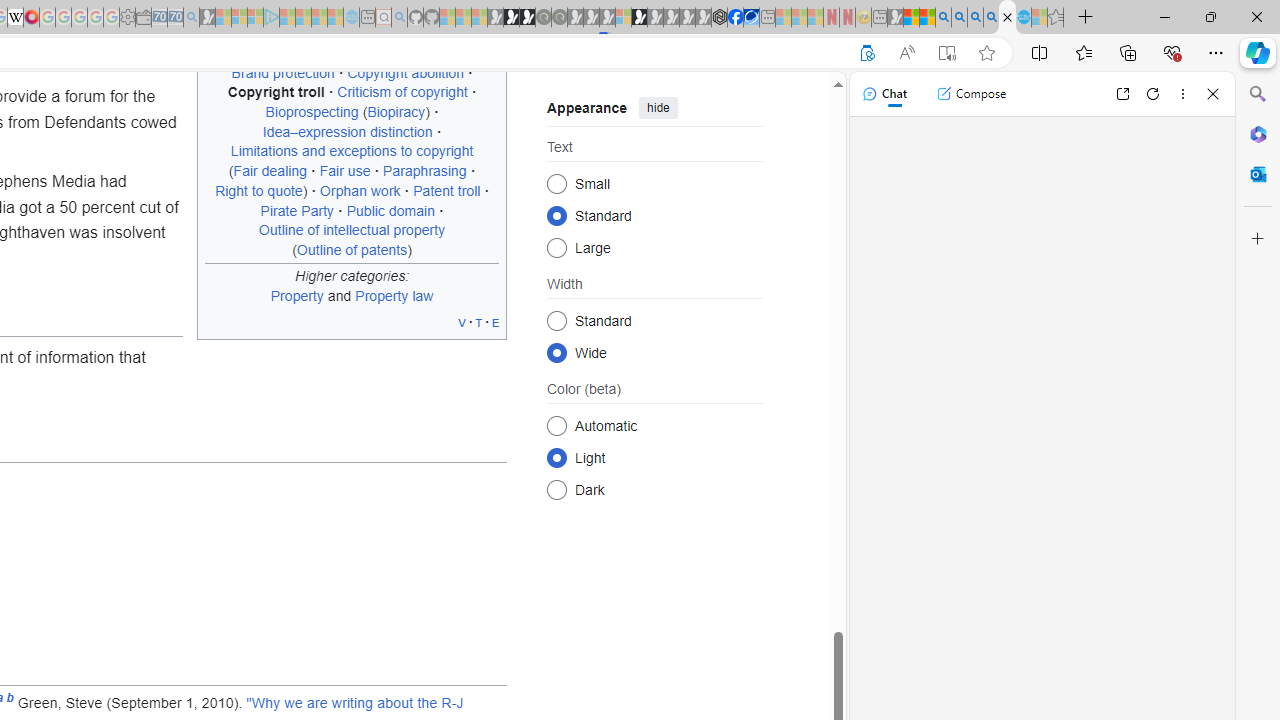 The image size is (1280, 720). Describe the element at coordinates (986, 52) in the screenshot. I see `'Add this page to favorites (Ctrl+D)'` at that location.